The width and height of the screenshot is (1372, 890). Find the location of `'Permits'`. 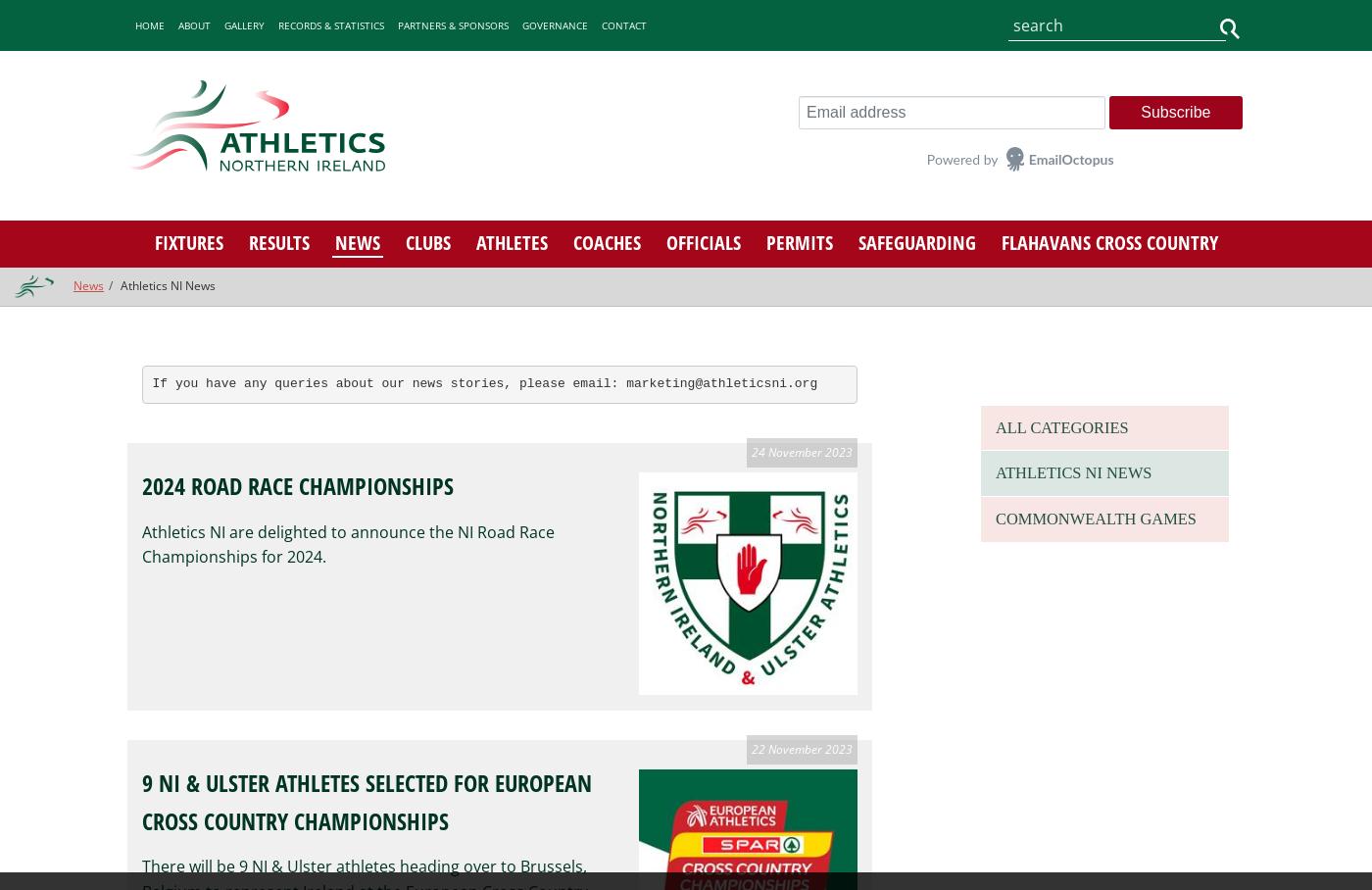

'Permits' is located at coordinates (798, 240).